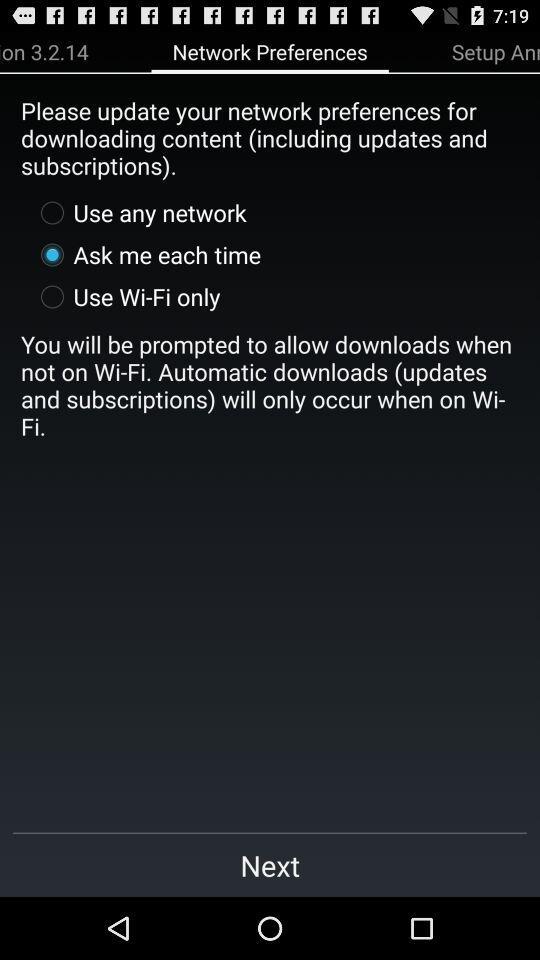  I want to click on the item next to the network preferences item, so click(44, 50).